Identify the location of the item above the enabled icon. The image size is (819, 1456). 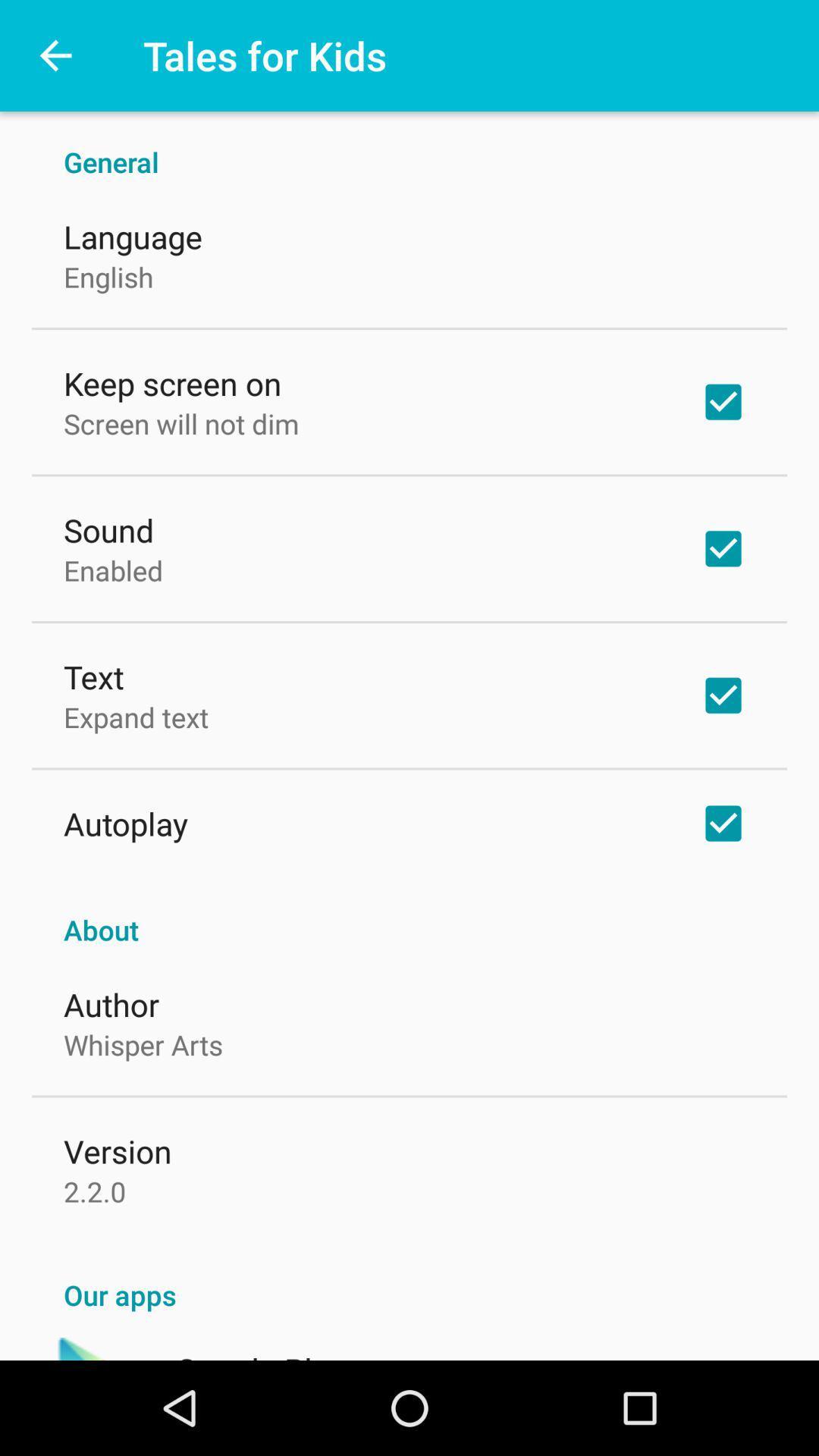
(108, 530).